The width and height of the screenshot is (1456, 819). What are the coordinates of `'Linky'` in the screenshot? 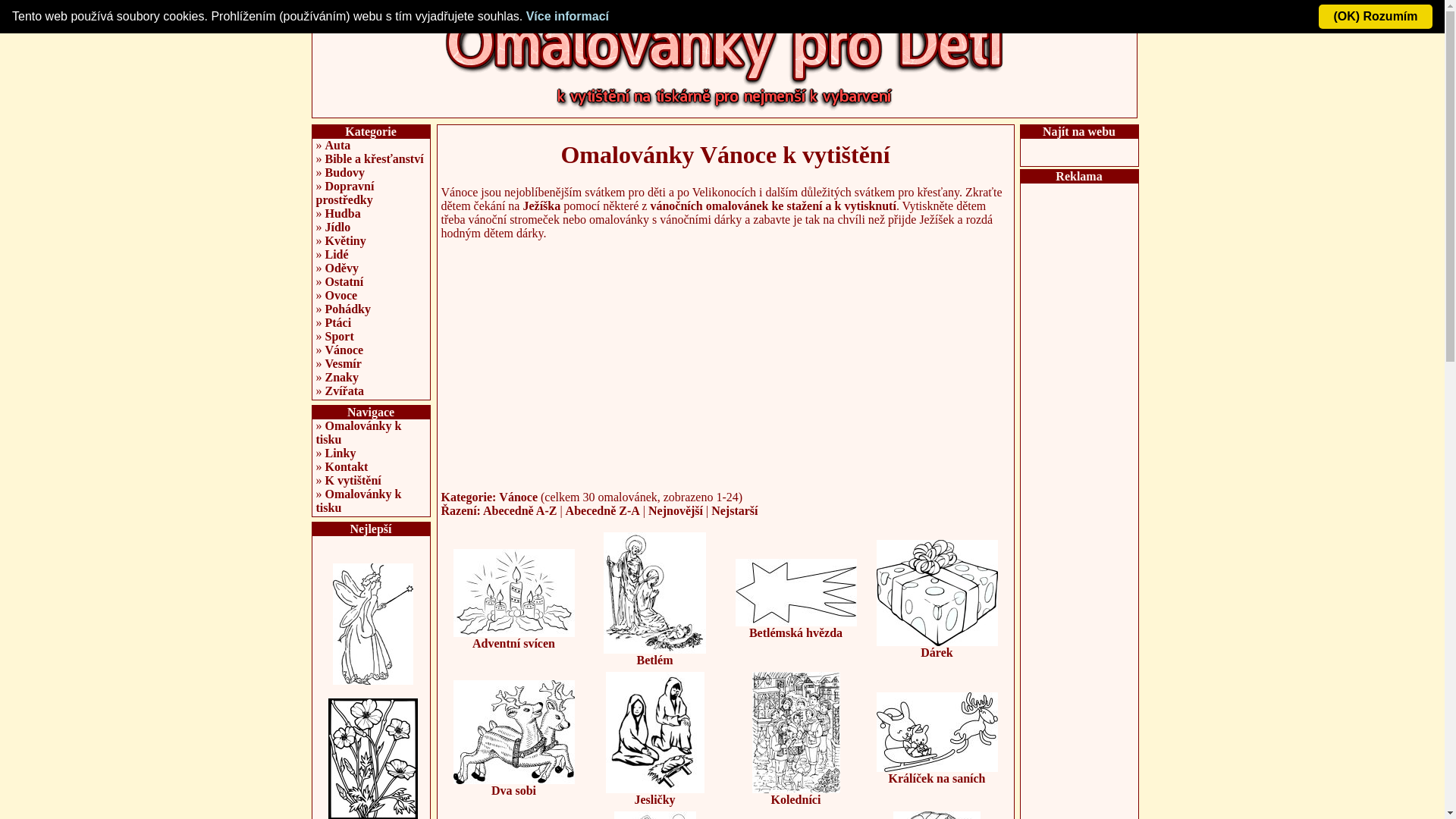 It's located at (323, 452).